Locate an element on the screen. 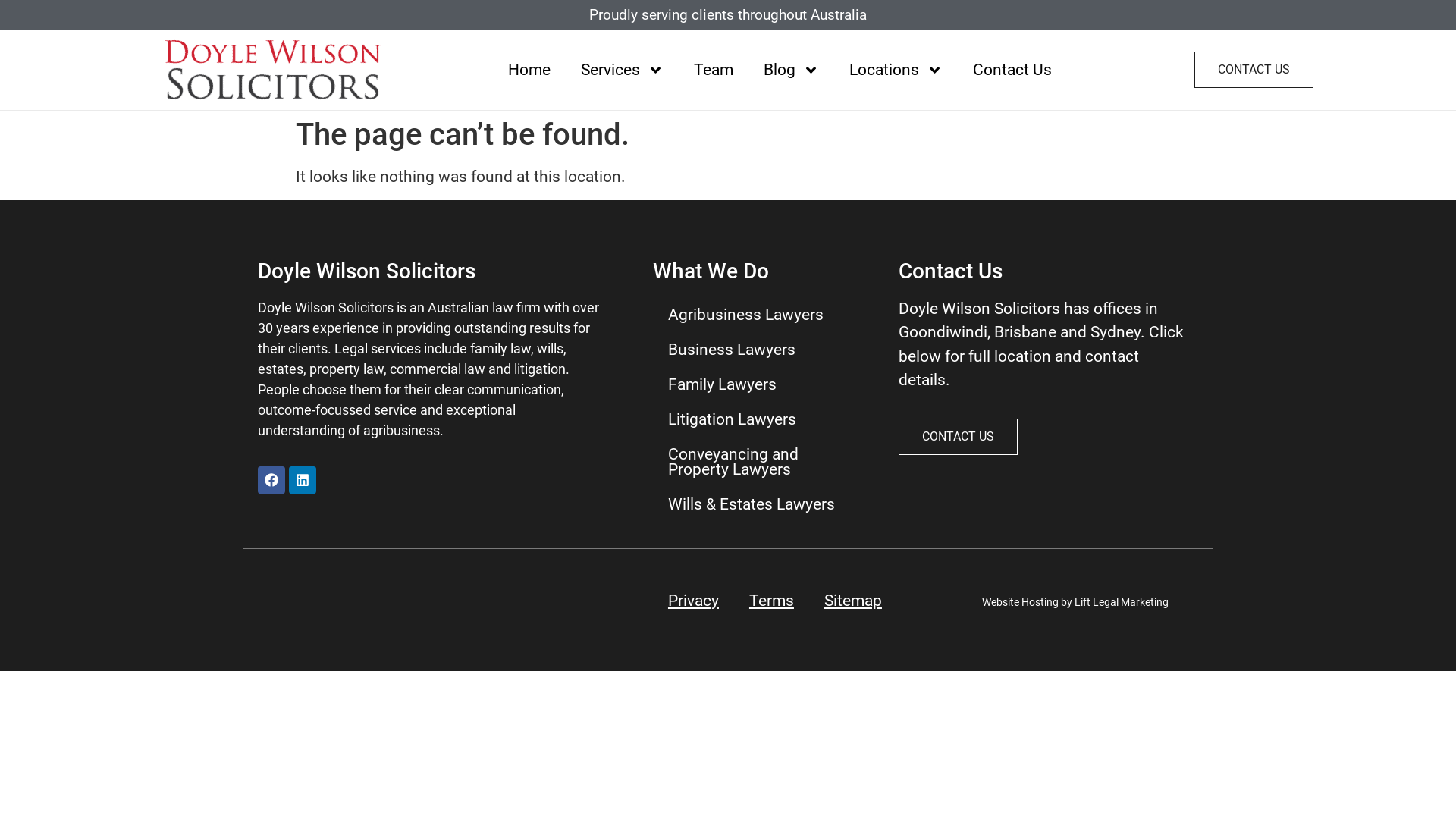 Image resolution: width=1456 pixels, height=819 pixels. 'Business Lawyers' is located at coordinates (652, 350).